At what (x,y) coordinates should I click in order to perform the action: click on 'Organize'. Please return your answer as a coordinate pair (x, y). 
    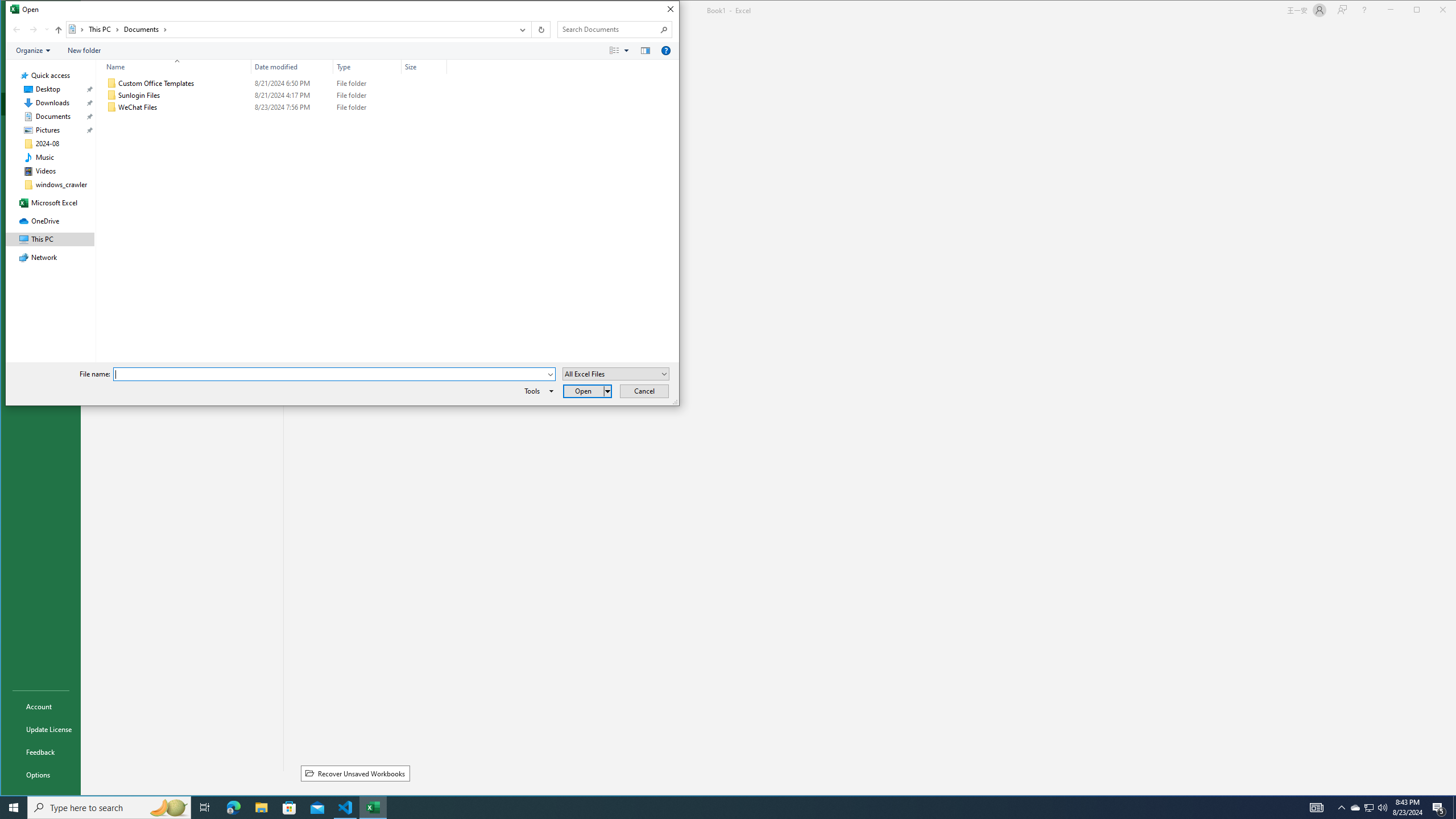
    Looking at the image, I should click on (32, 50).